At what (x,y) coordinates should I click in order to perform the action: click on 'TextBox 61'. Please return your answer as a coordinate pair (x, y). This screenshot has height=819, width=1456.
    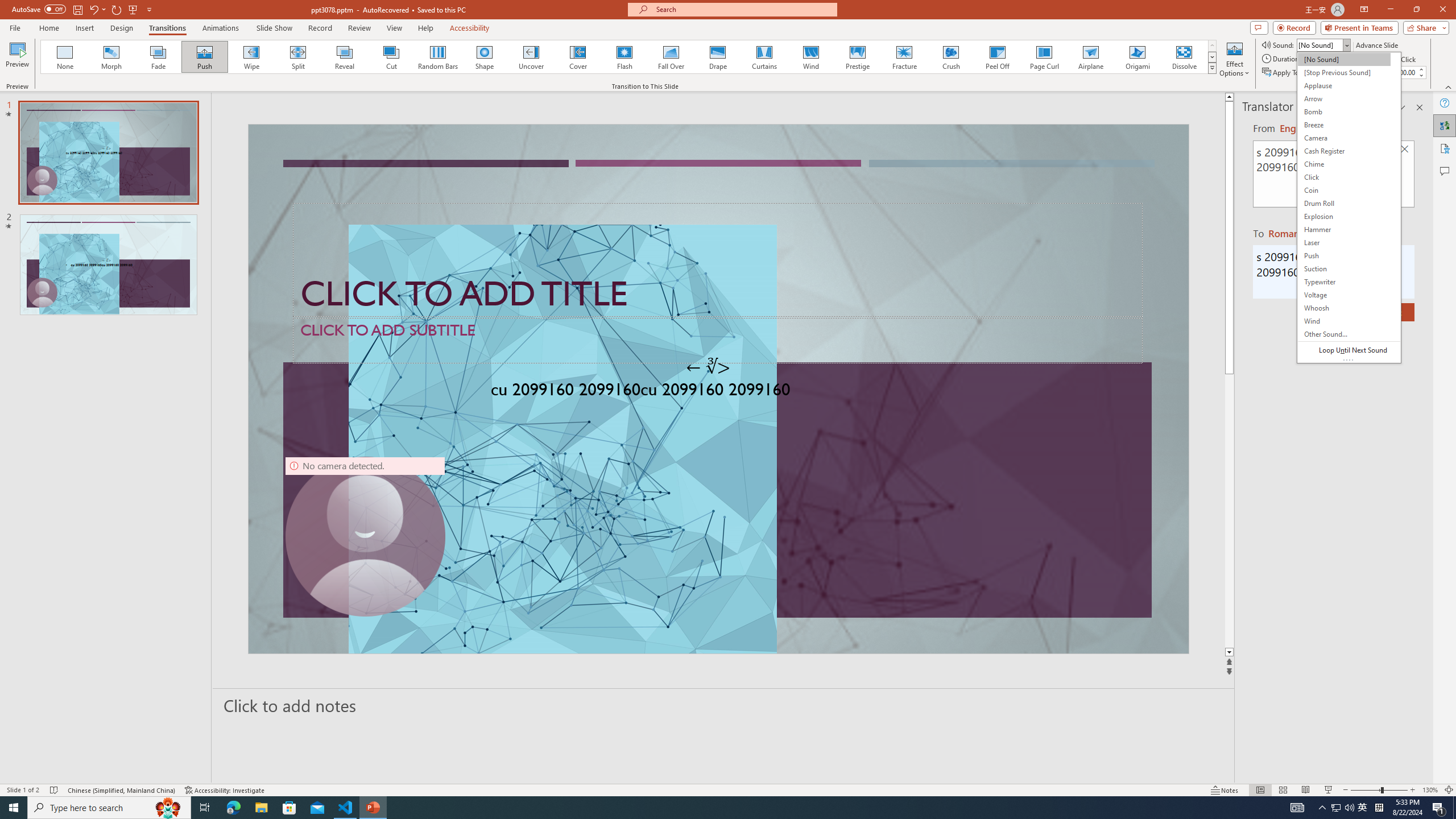
    Looking at the image, I should click on (716, 391).